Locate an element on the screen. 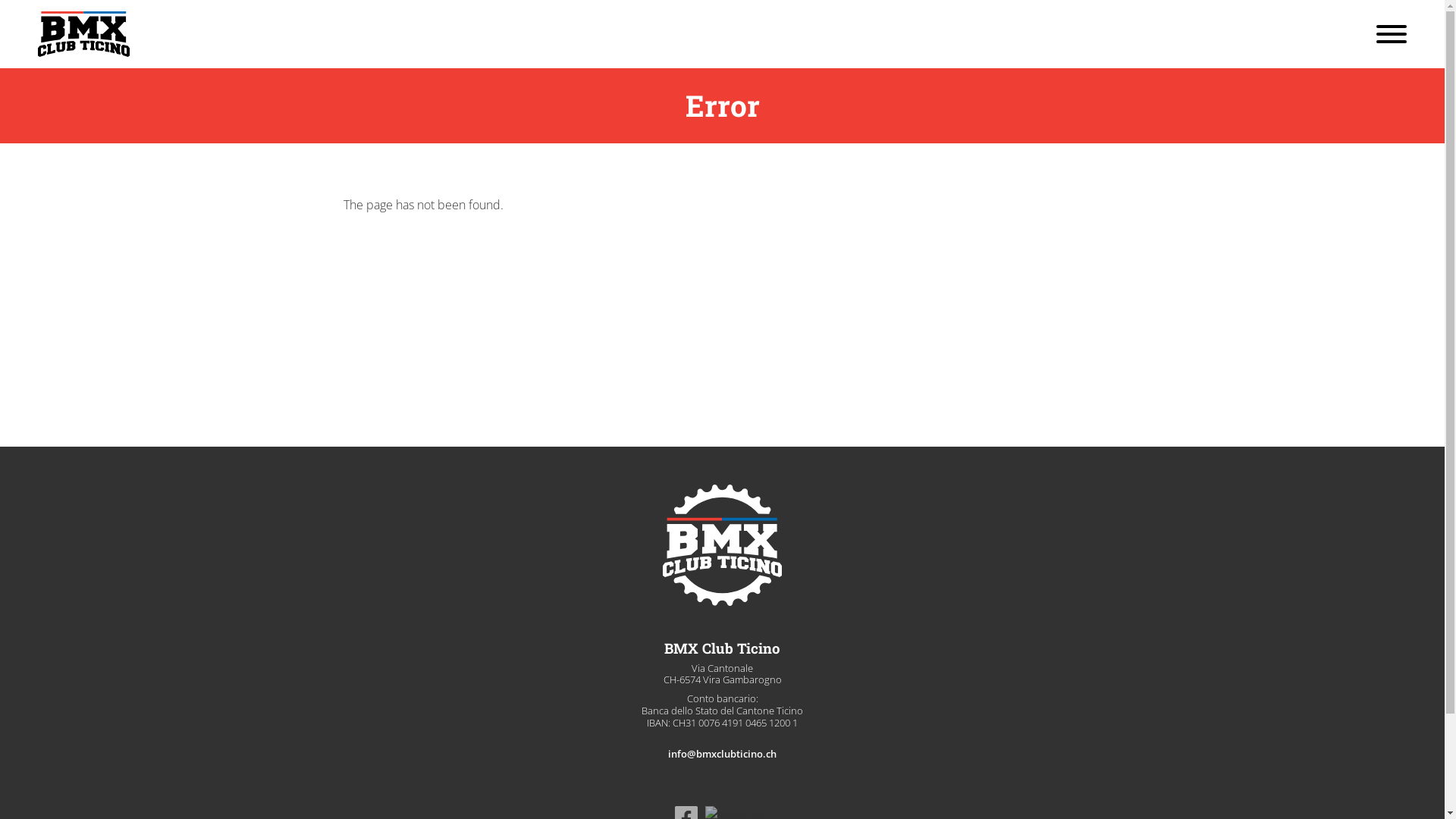  'info@bmxclubticino.ch' is located at coordinates (721, 755).